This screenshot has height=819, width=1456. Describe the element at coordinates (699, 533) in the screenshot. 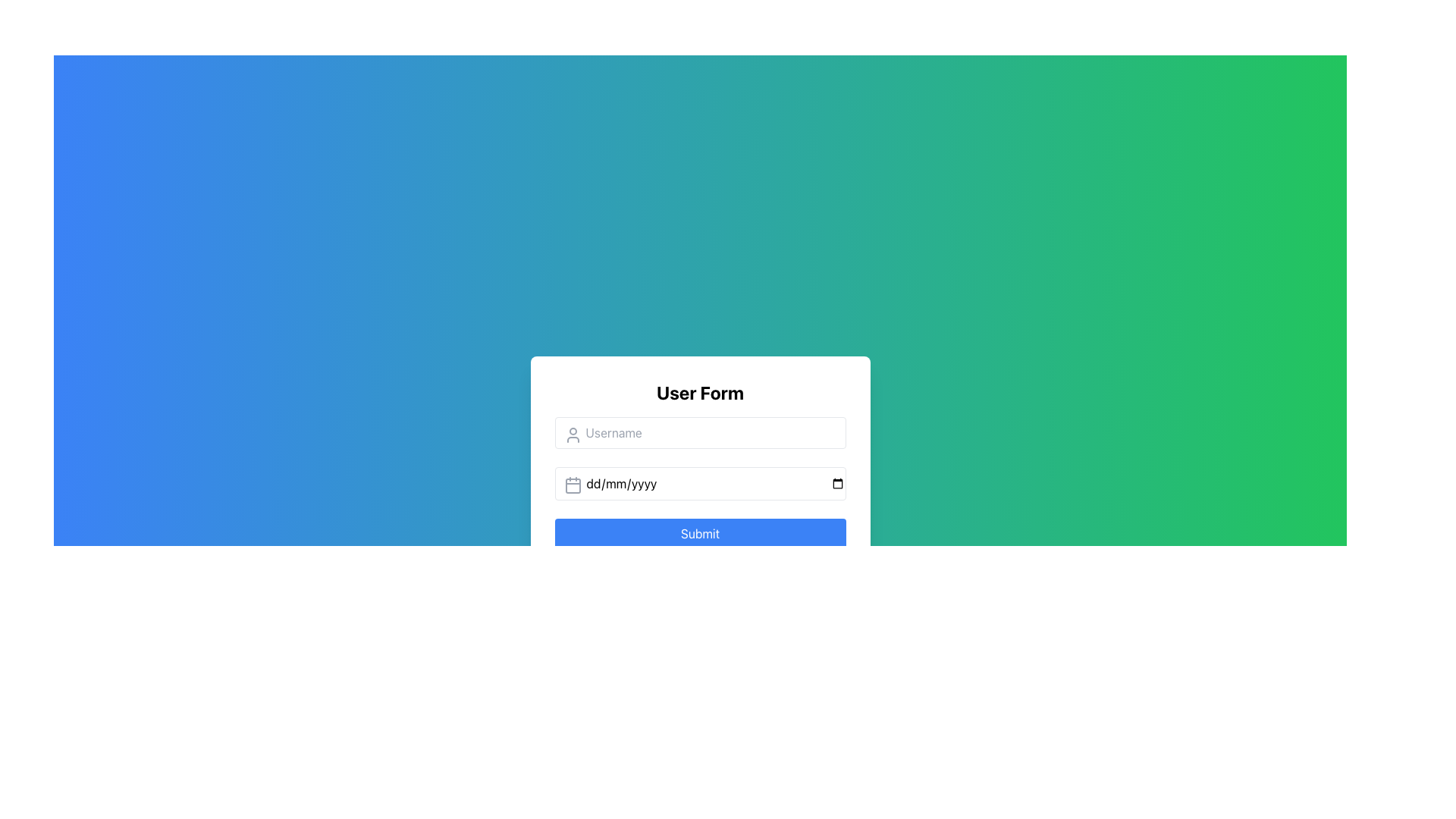

I see `the submit button located at the bottom of the user form` at that location.